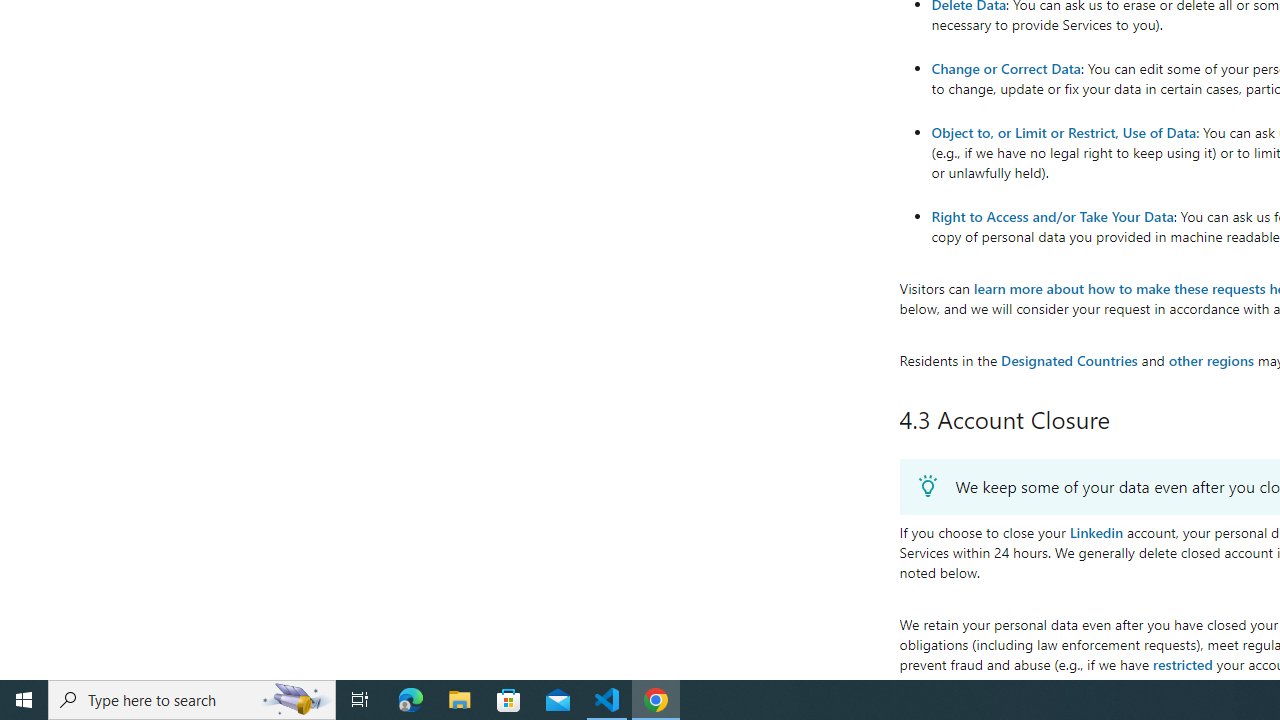 This screenshot has width=1280, height=720. Describe the element at coordinates (1182, 663) in the screenshot. I see `'restricted'` at that location.